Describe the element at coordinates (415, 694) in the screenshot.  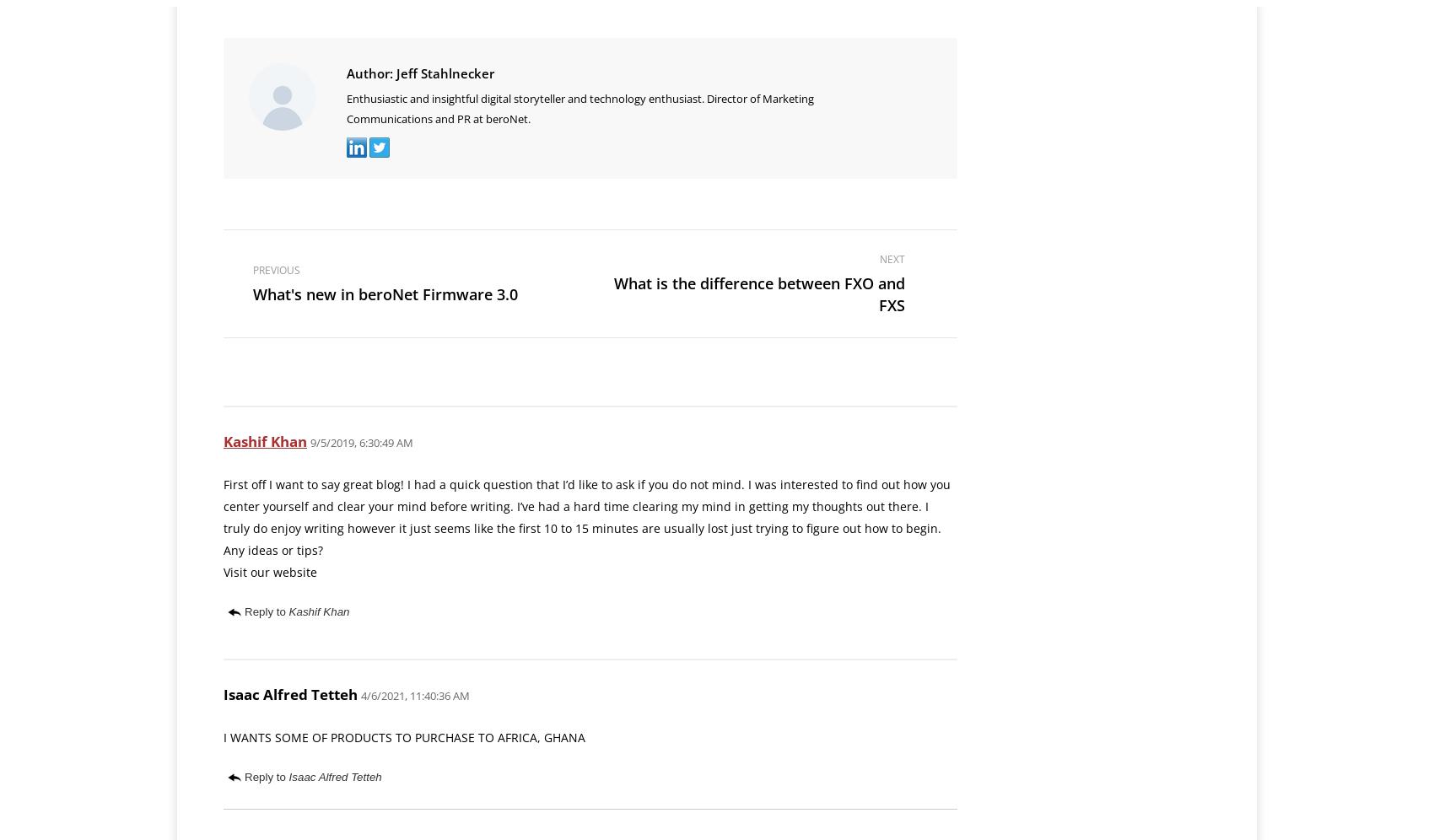
I see `'4/6/2021, 11:40:36 AM'` at that location.